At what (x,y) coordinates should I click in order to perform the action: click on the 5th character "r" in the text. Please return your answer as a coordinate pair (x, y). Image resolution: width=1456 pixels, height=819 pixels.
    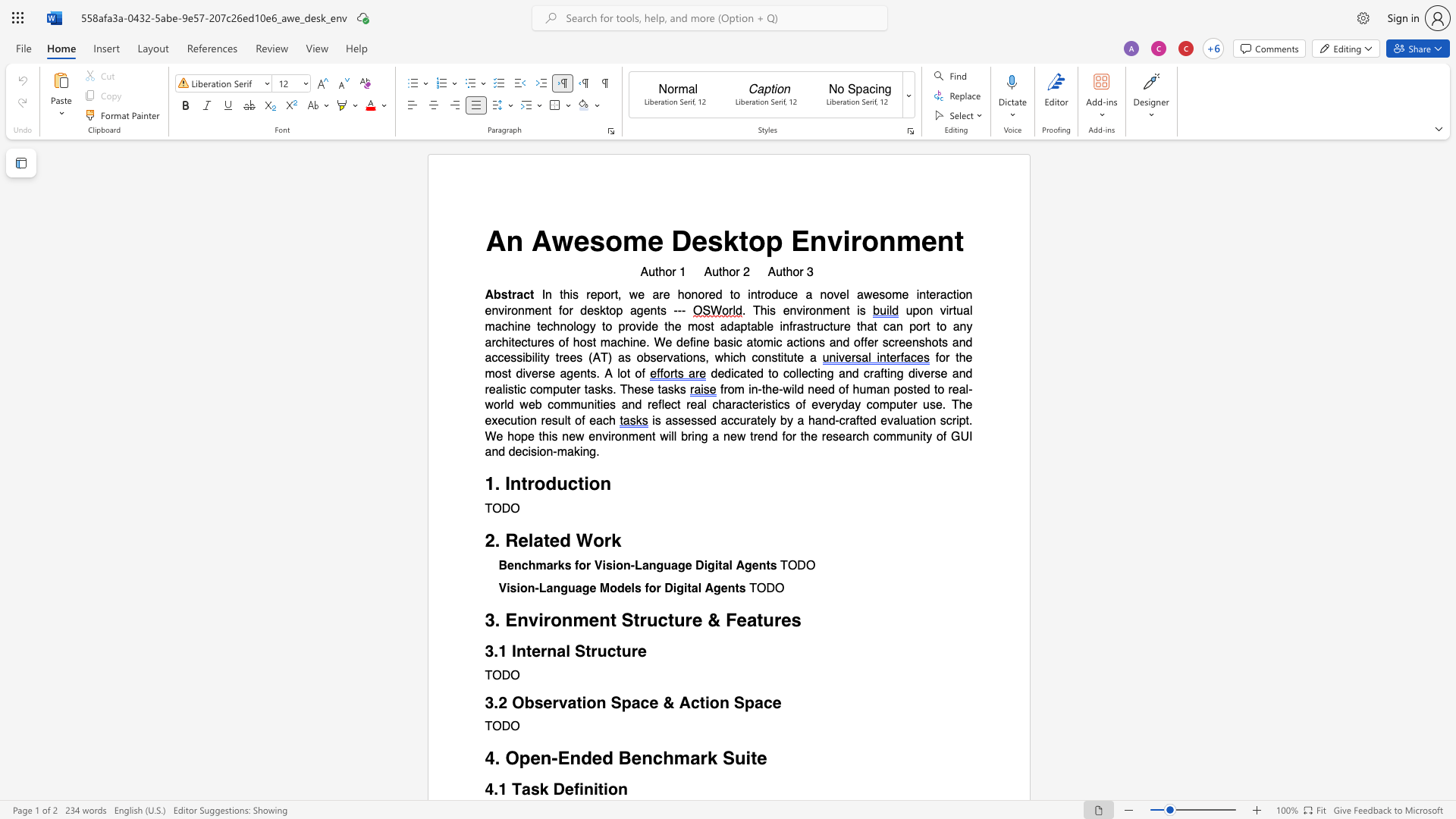
    Looking at the image, I should click on (854, 436).